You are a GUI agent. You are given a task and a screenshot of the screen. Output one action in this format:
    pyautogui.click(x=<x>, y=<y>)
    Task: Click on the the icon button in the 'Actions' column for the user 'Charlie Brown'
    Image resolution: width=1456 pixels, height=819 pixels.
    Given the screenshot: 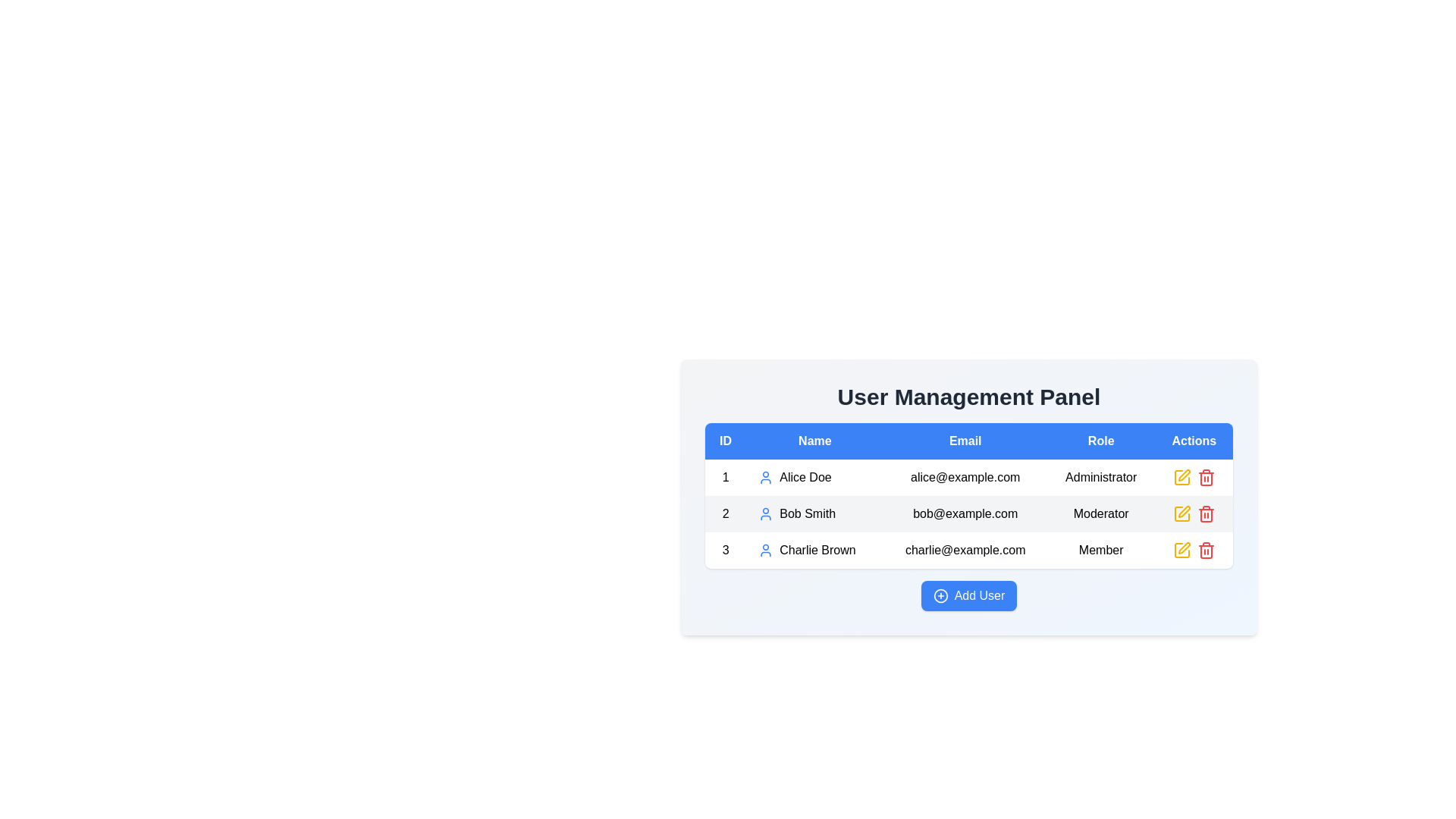 What is the action you would take?
    pyautogui.click(x=1205, y=476)
    